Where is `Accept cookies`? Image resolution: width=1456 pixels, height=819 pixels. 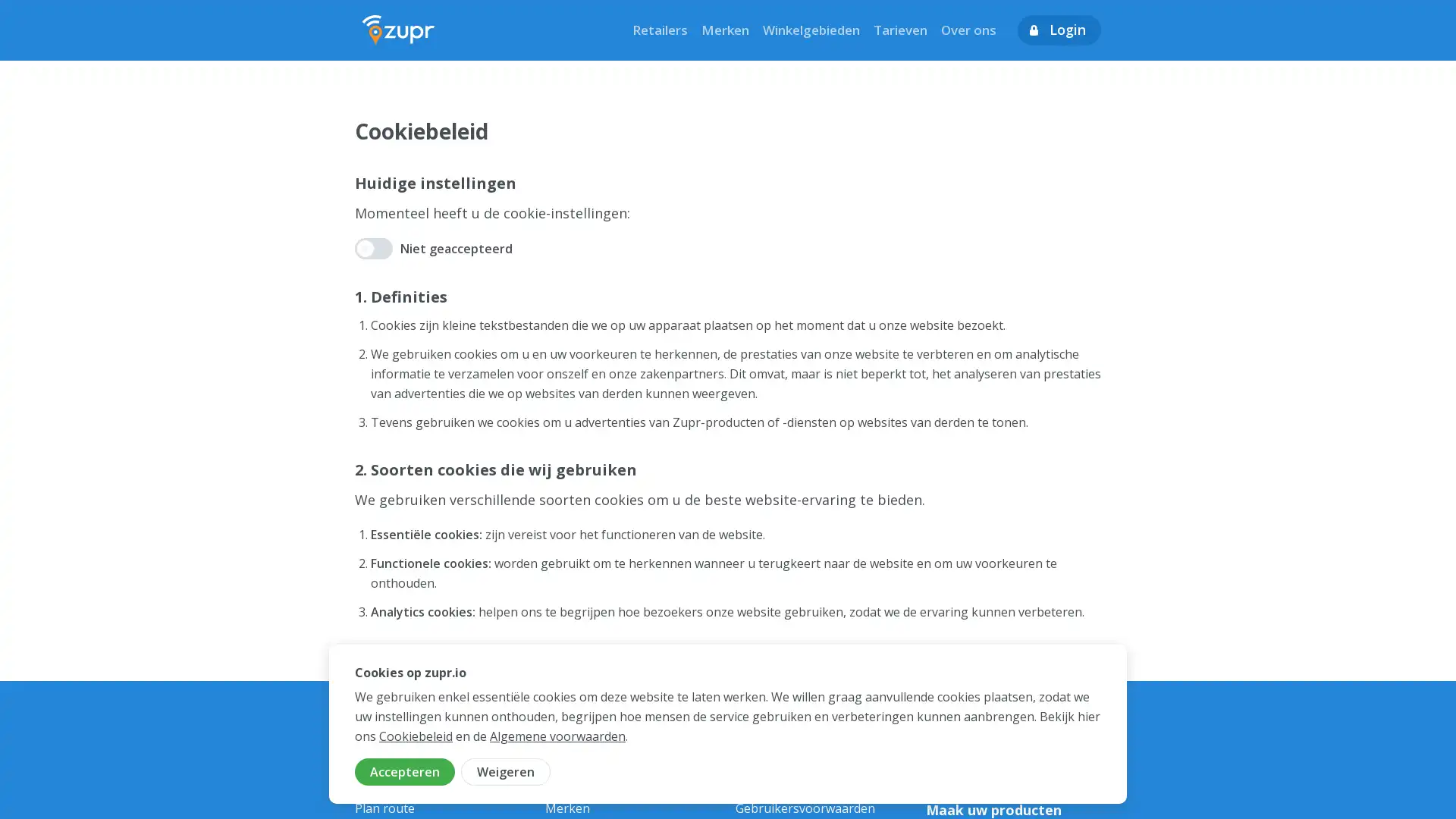 Accept cookies is located at coordinates (404, 772).